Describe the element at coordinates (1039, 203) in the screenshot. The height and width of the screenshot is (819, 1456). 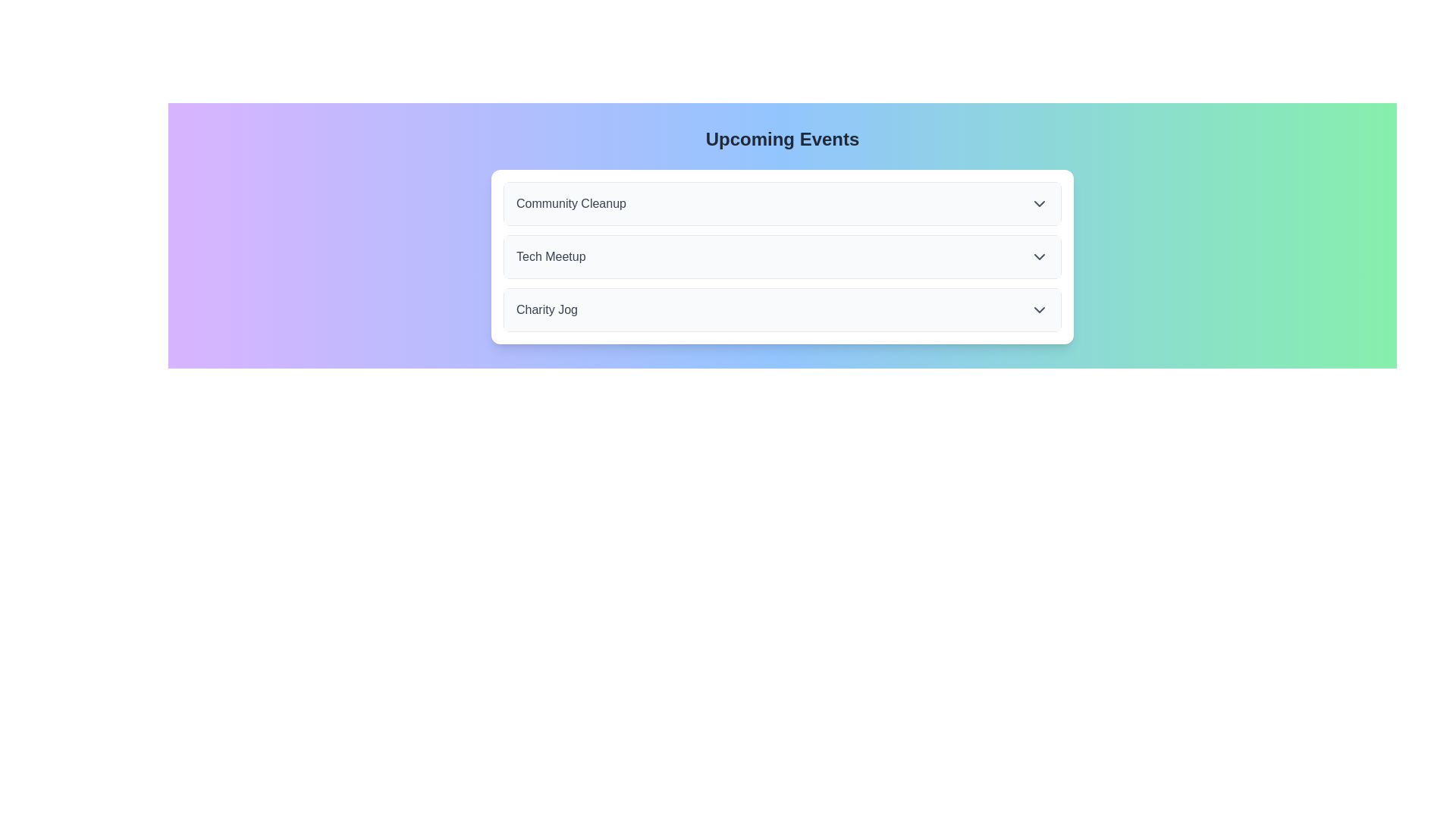
I see `the downward-pointing gray chevron icon located at the far-right end of the 'Community Cleanup' header row` at that location.